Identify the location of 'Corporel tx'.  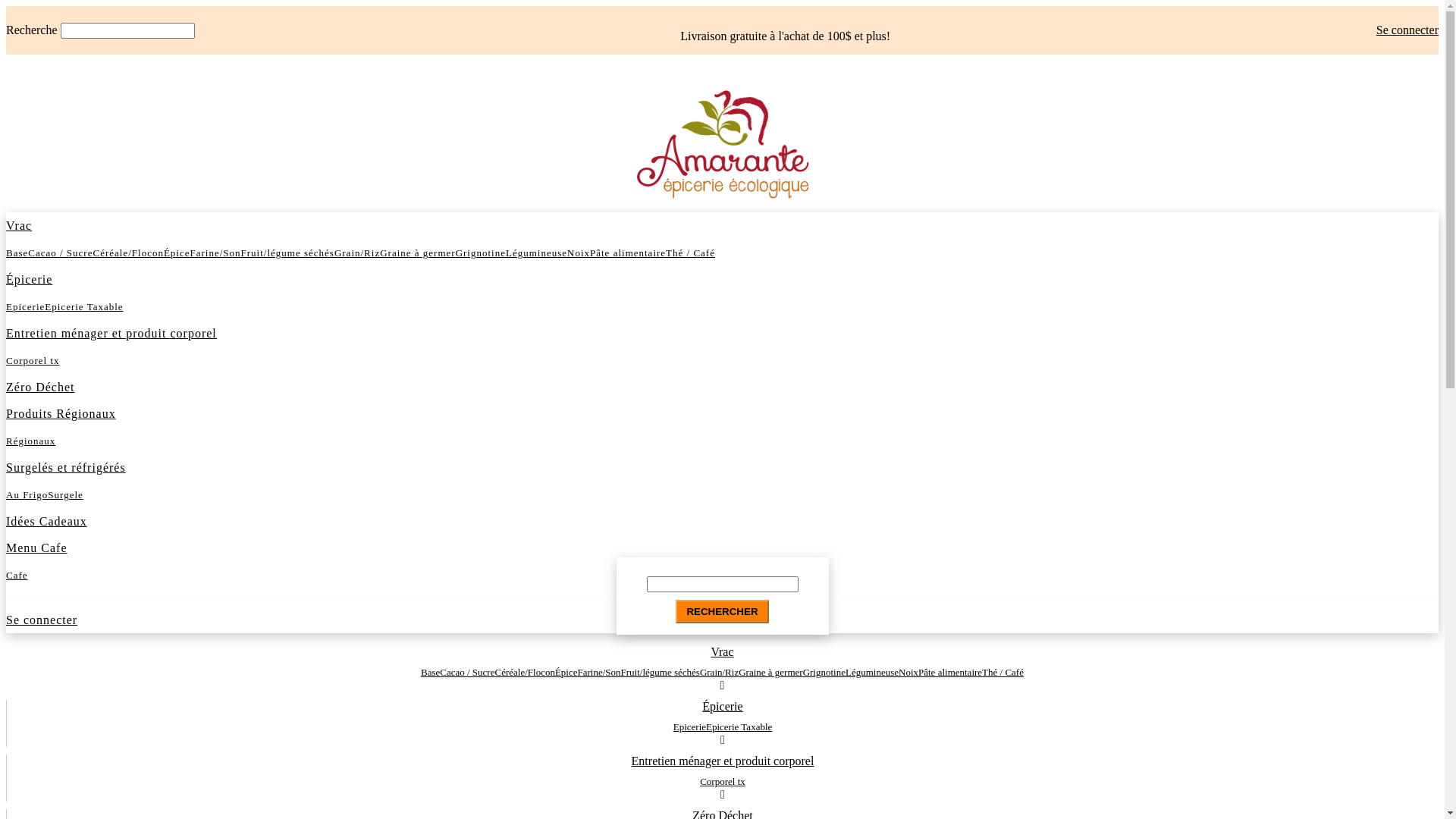
(722, 781).